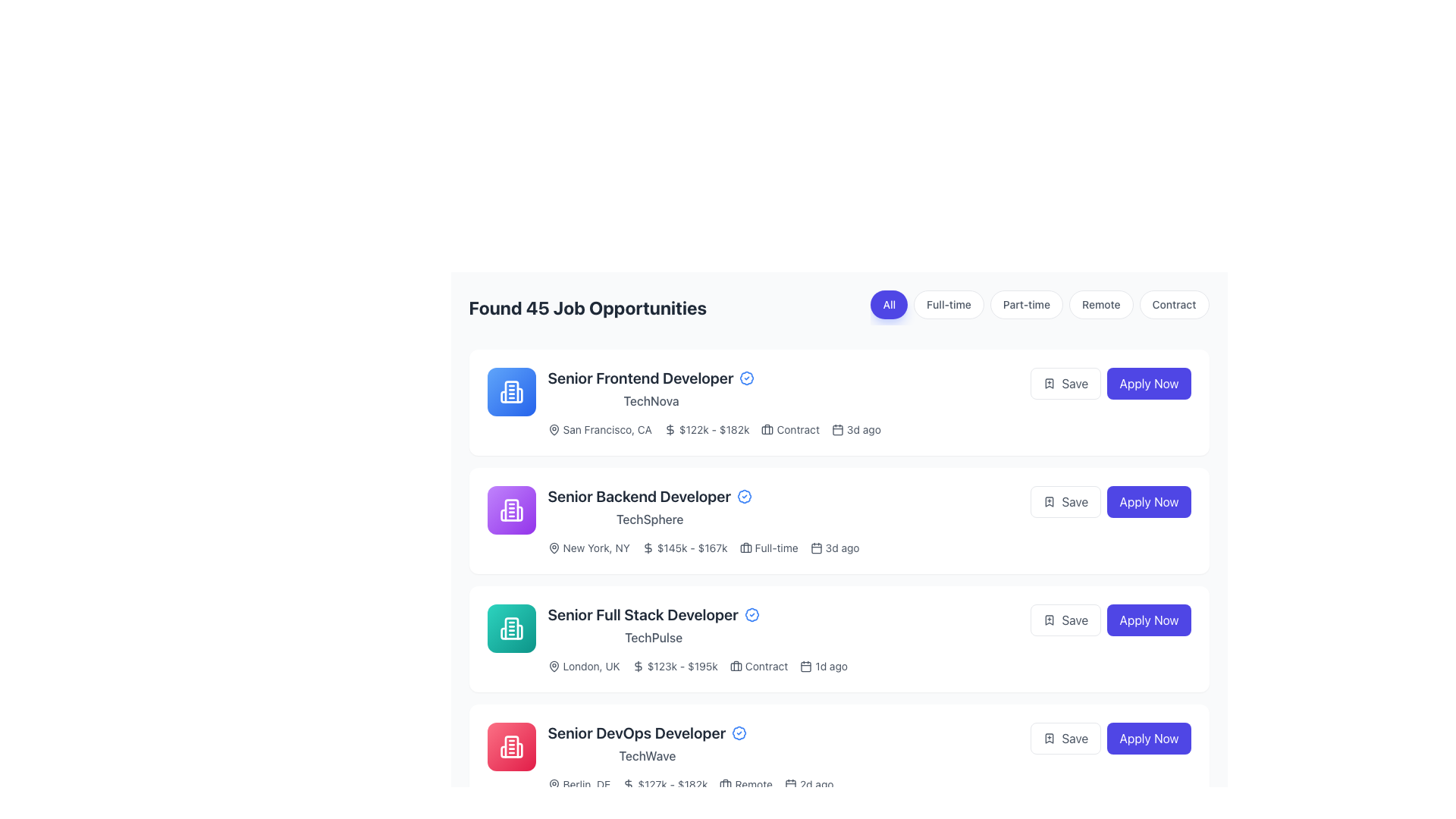  Describe the element at coordinates (578, 784) in the screenshot. I see `the Label with icon displaying the job location for 'Senior DevOps Developer' positioned near the bottom-left corner of the job entry under the 'Location' section` at that location.